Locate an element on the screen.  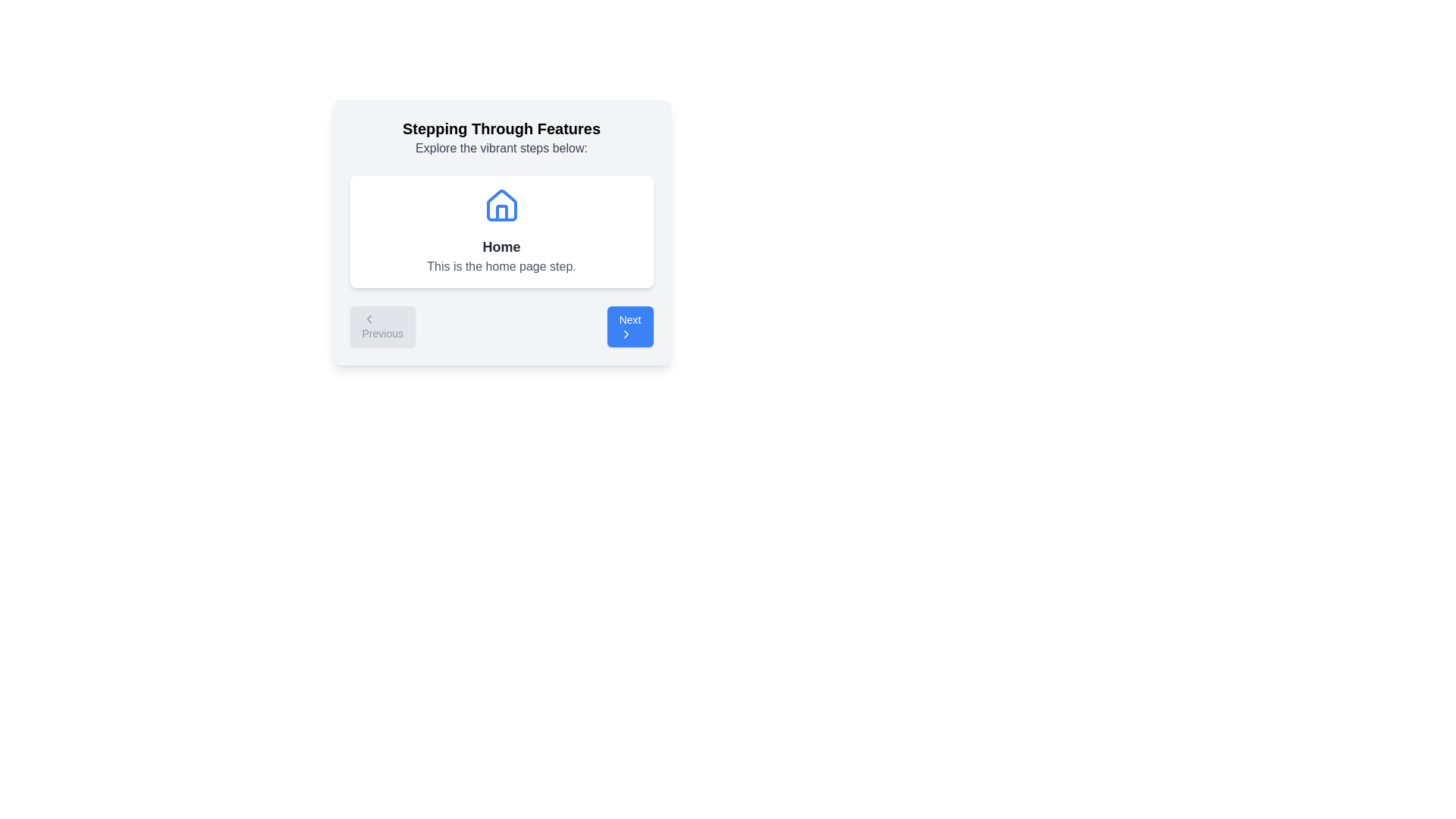
the Header with subheader text element that displays 'Stepping Through Features' and 'Explore the vibrant steps below:' located at the top section of the card component is located at coordinates (501, 137).